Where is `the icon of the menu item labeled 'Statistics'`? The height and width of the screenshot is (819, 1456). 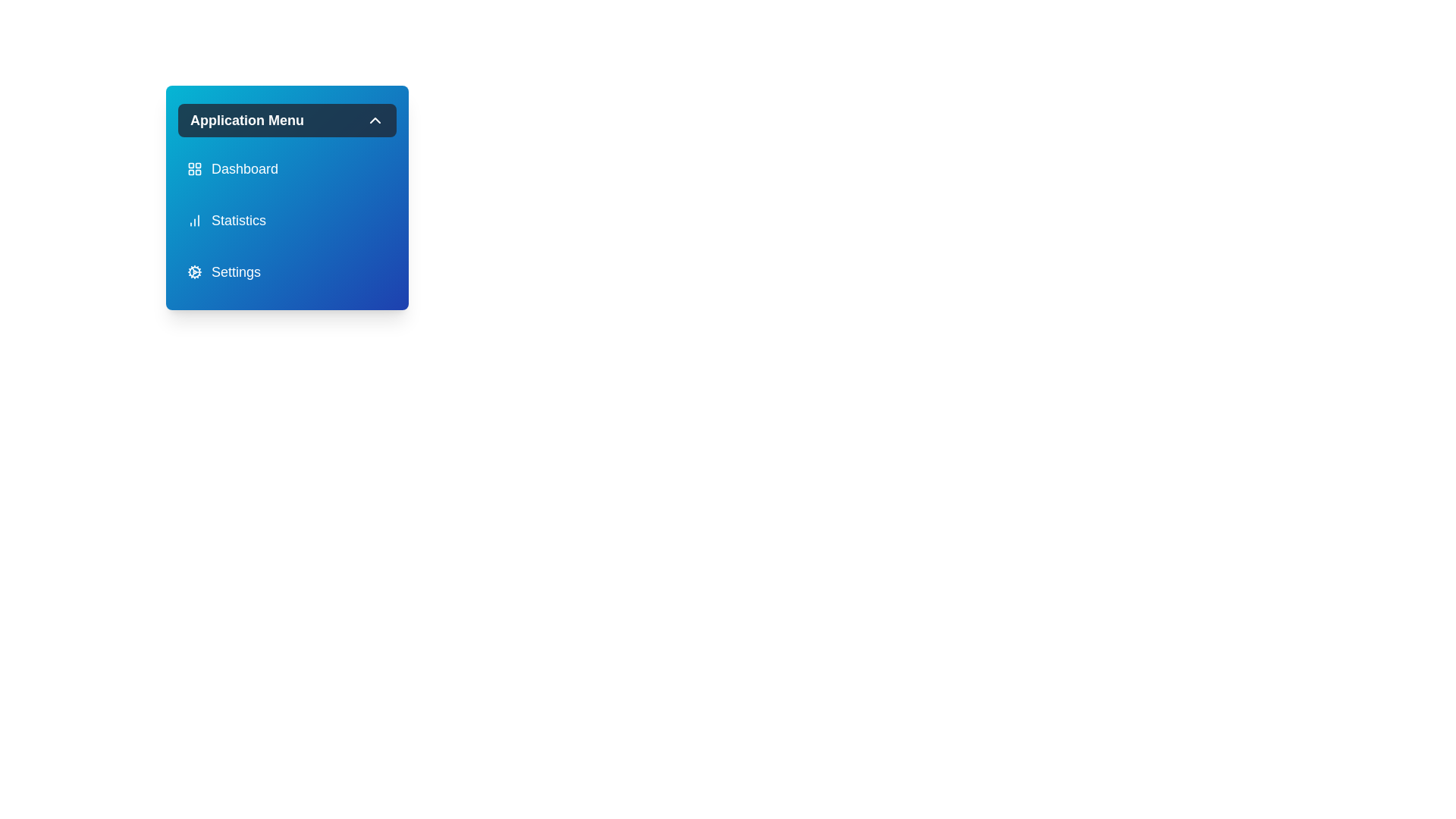
the icon of the menu item labeled 'Statistics' is located at coordinates (194, 220).